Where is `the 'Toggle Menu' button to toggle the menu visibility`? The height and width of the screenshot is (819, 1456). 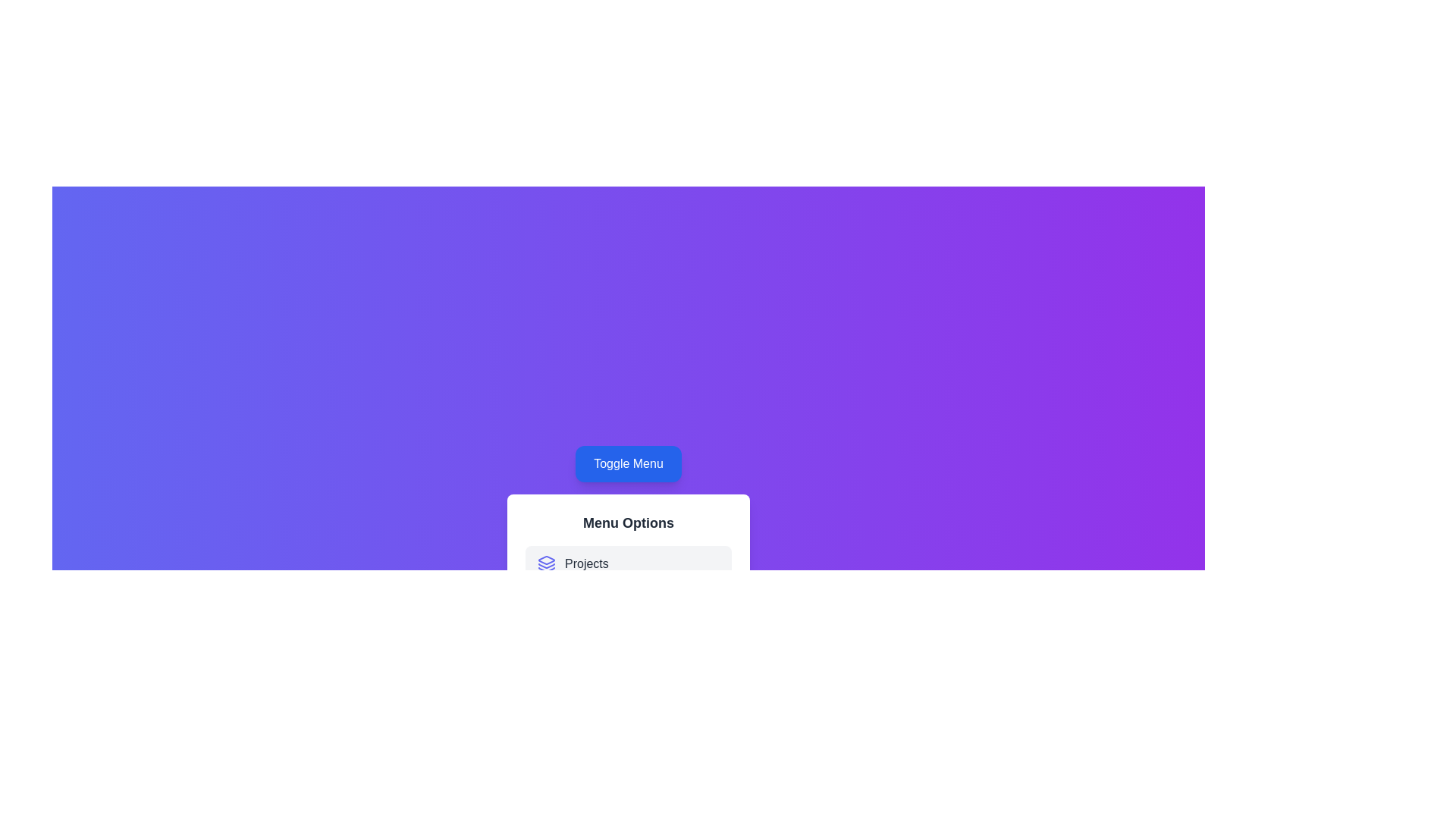
the 'Toggle Menu' button to toggle the menu visibility is located at coordinates (629, 463).